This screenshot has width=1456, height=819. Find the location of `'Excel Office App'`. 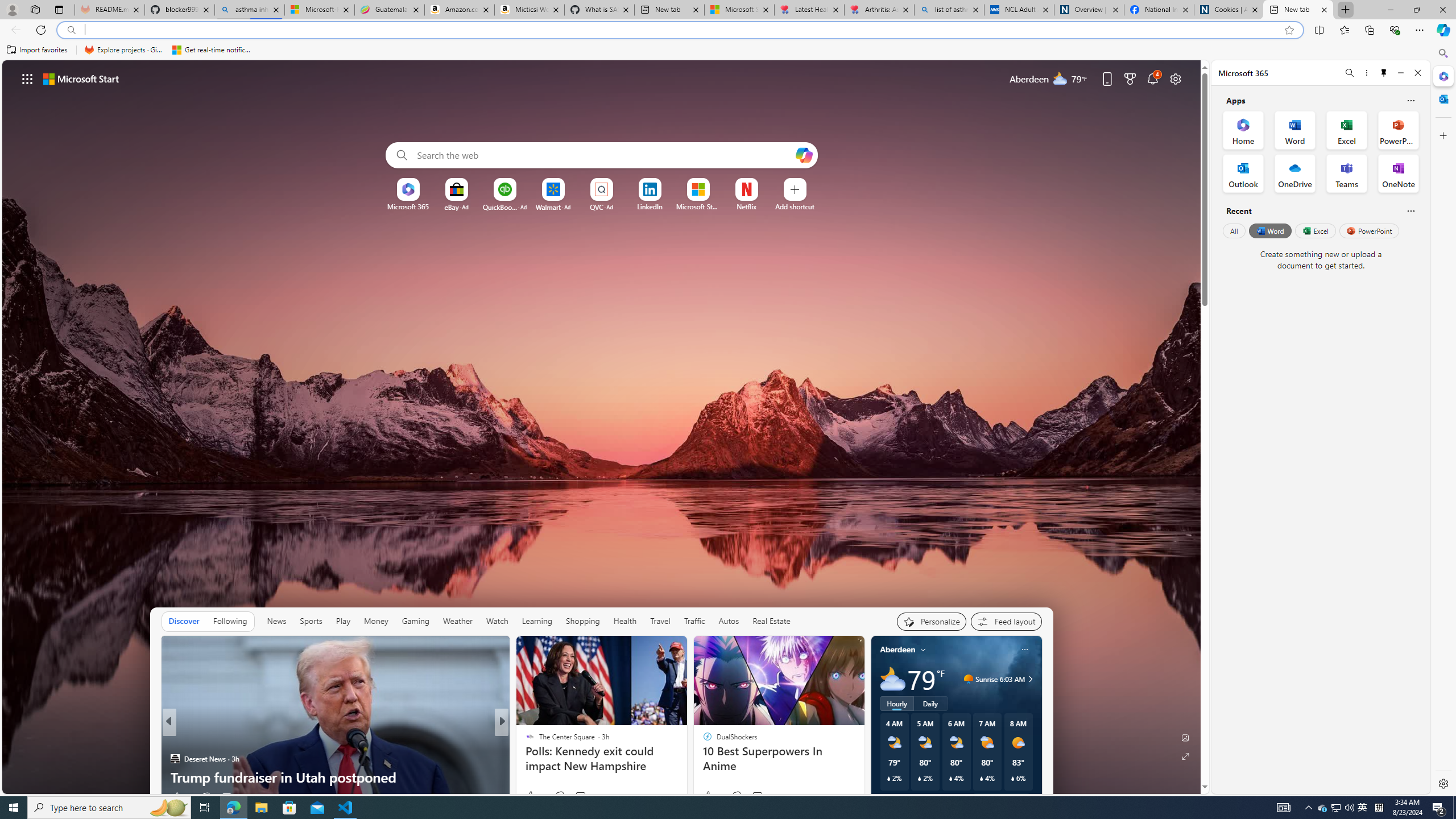

'Excel Office App' is located at coordinates (1347, 129).